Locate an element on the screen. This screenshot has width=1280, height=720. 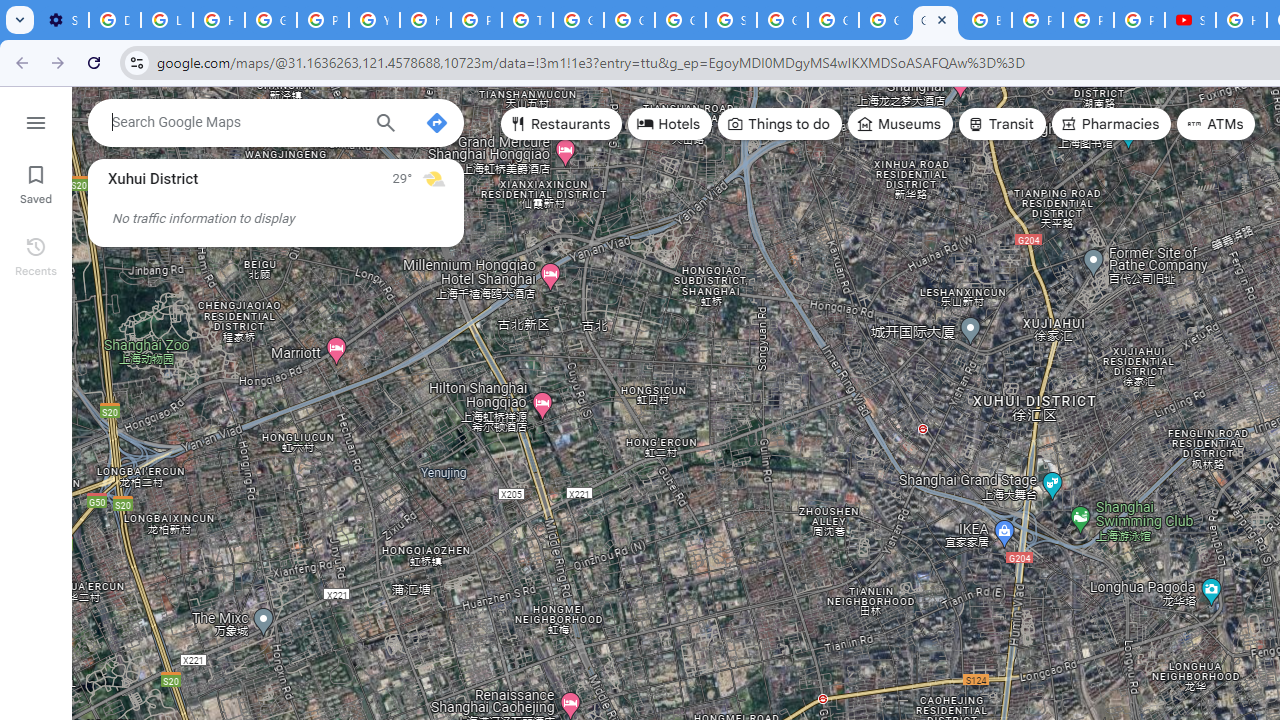
'Delete photos & videos - Computer - Google Photos Help' is located at coordinates (113, 20).